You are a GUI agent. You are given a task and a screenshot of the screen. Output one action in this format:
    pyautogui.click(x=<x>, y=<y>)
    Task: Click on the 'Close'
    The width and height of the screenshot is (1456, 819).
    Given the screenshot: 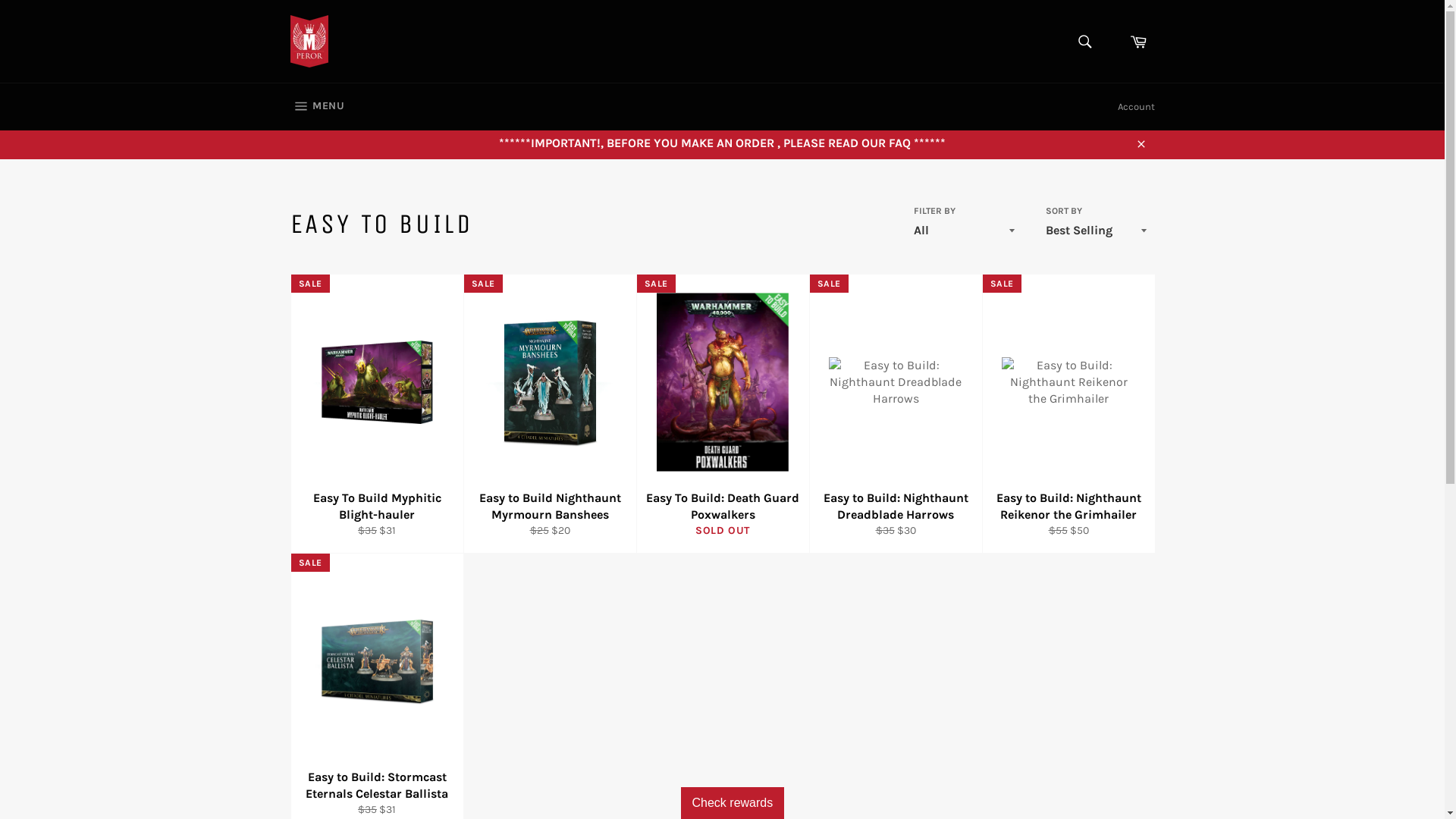 What is the action you would take?
    pyautogui.click(x=1140, y=143)
    